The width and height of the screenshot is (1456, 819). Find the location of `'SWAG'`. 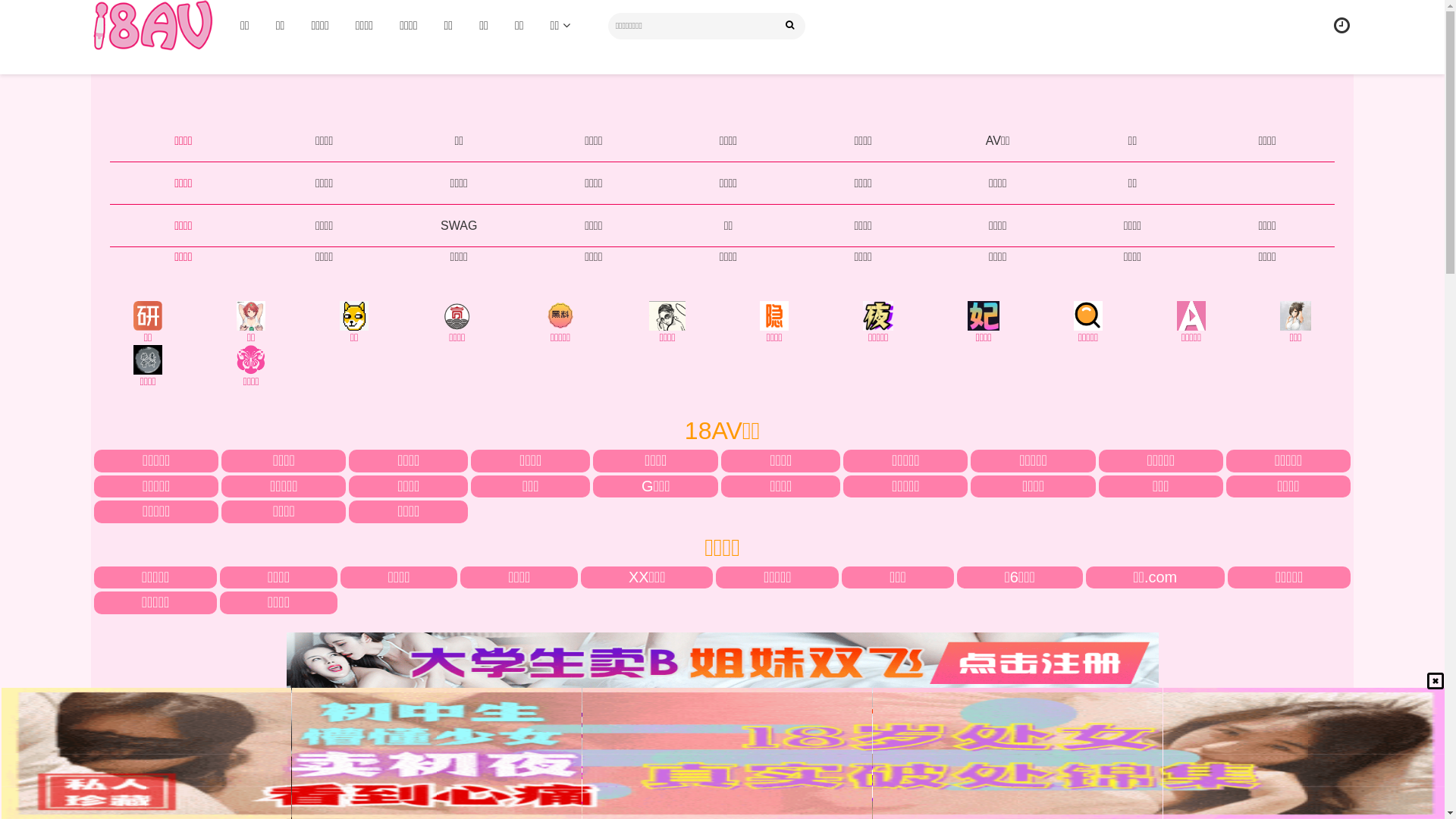

'SWAG' is located at coordinates (457, 225).